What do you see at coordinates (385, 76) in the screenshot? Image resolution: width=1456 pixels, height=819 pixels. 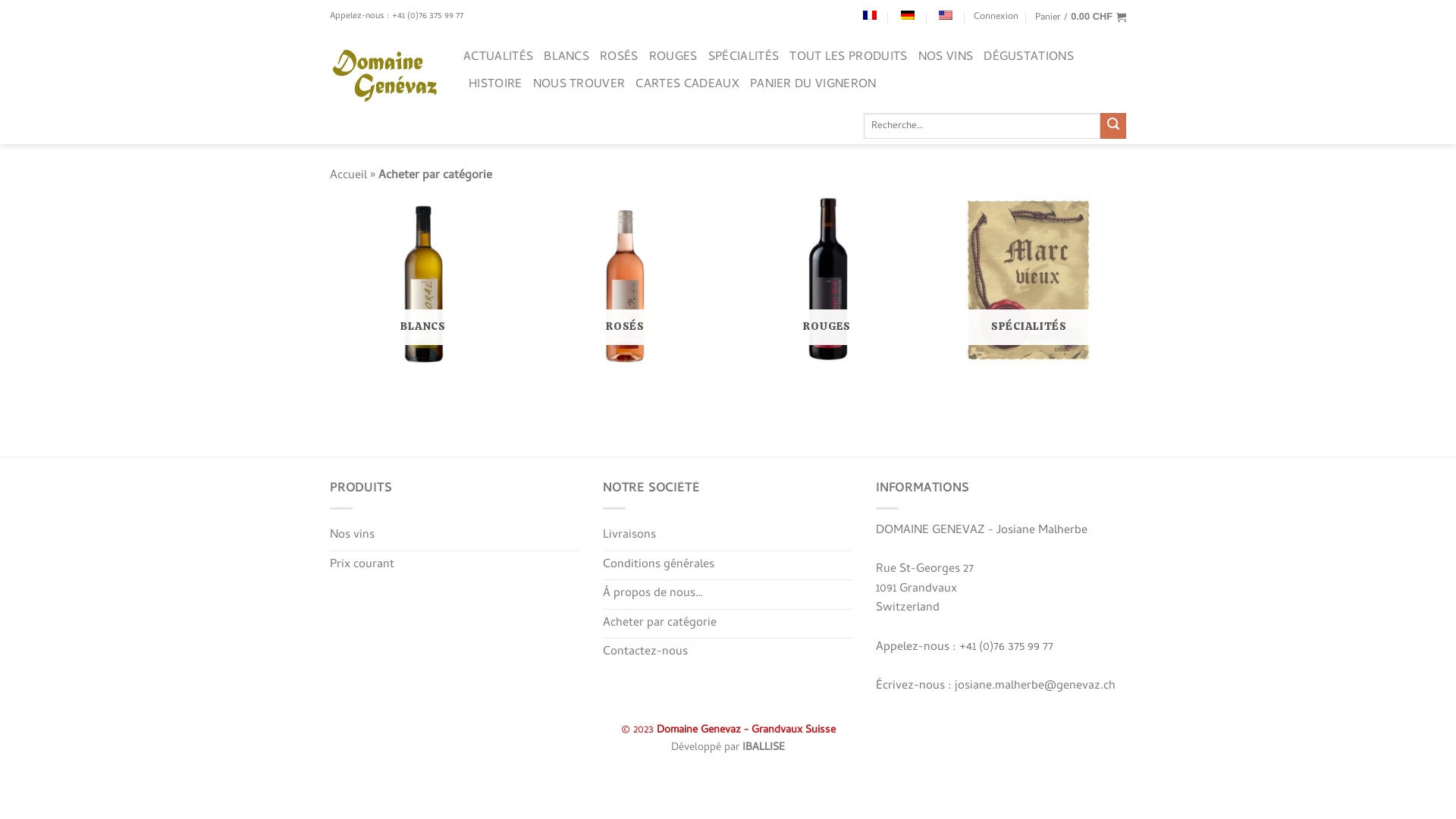 I see `'Josiane Malherbe | Vins Genevaz'` at bounding box center [385, 76].